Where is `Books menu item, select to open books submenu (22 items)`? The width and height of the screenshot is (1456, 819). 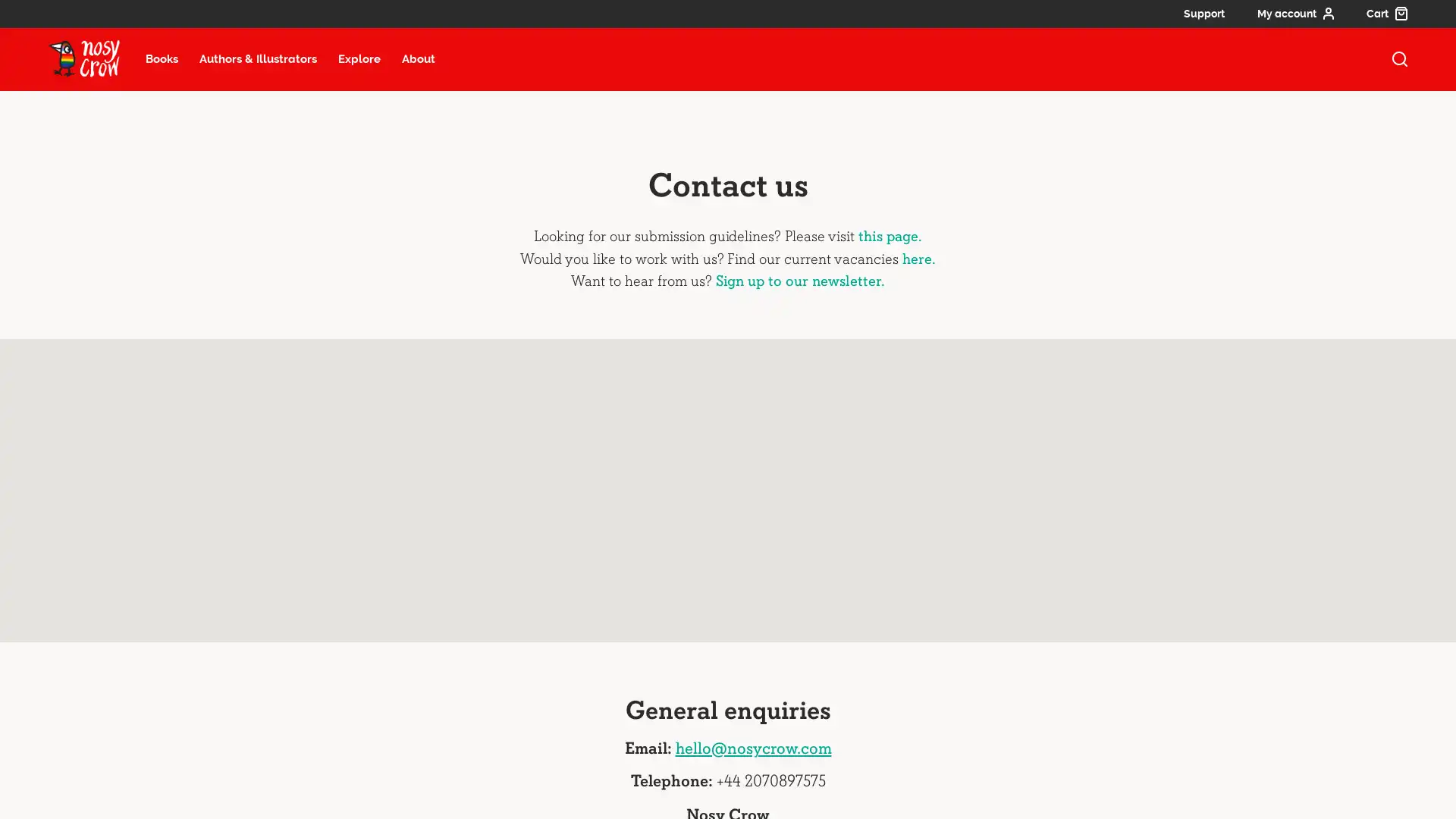
Books menu item, select to open books submenu (22 items) is located at coordinates (162, 58).